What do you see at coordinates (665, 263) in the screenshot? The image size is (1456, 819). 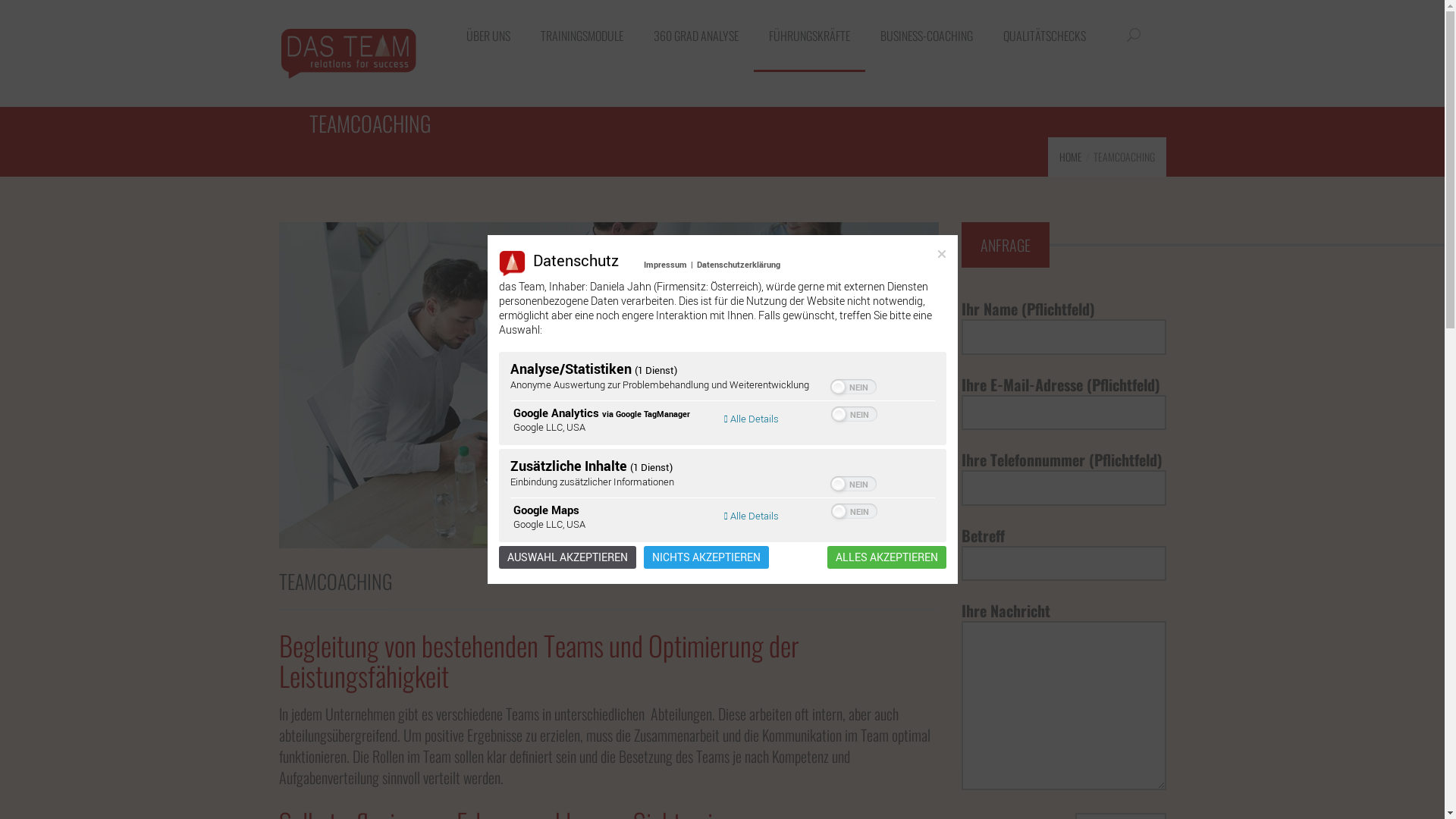 I see `'Impressum'` at bounding box center [665, 263].